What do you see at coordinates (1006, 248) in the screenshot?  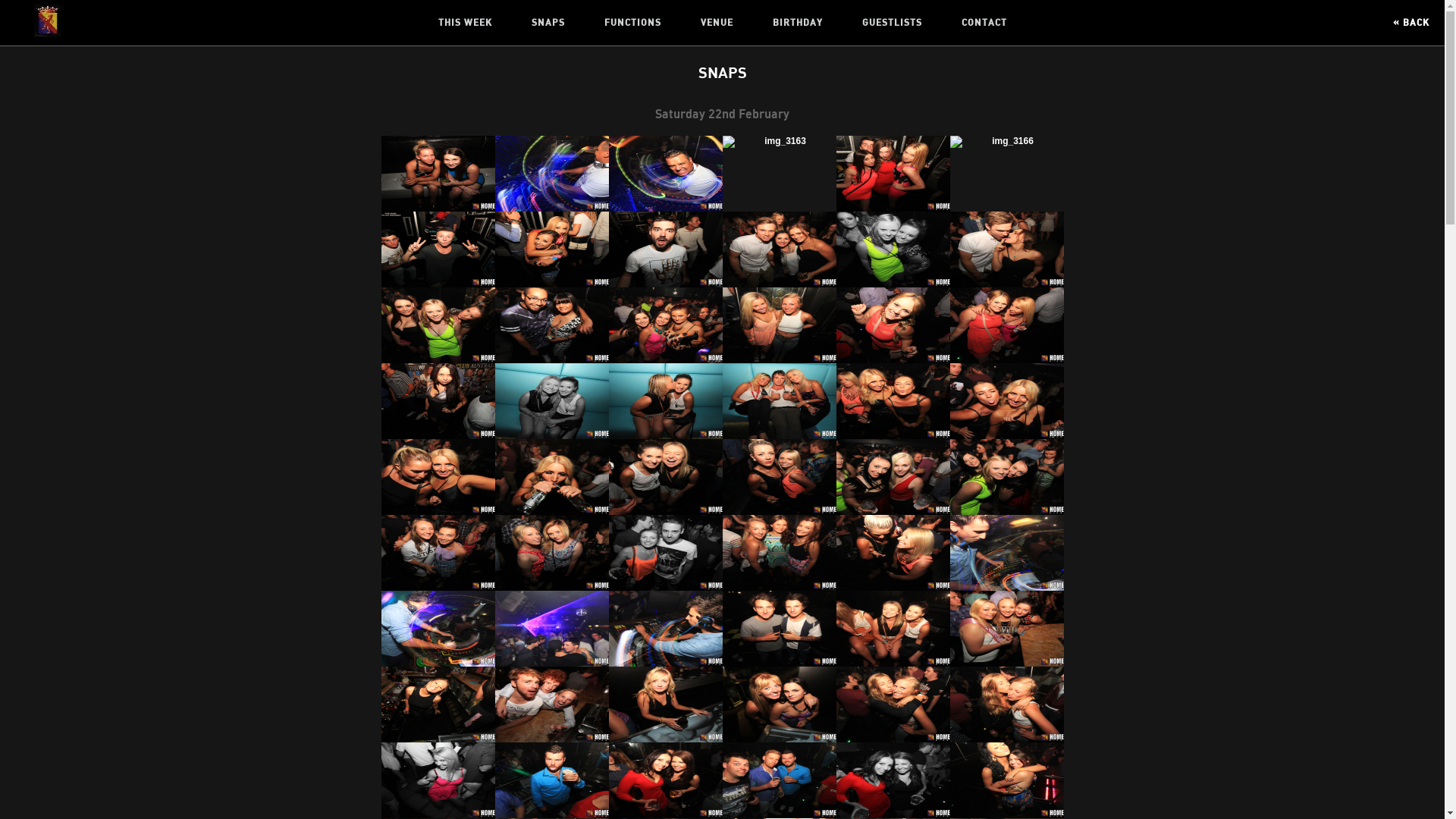 I see `' '` at bounding box center [1006, 248].